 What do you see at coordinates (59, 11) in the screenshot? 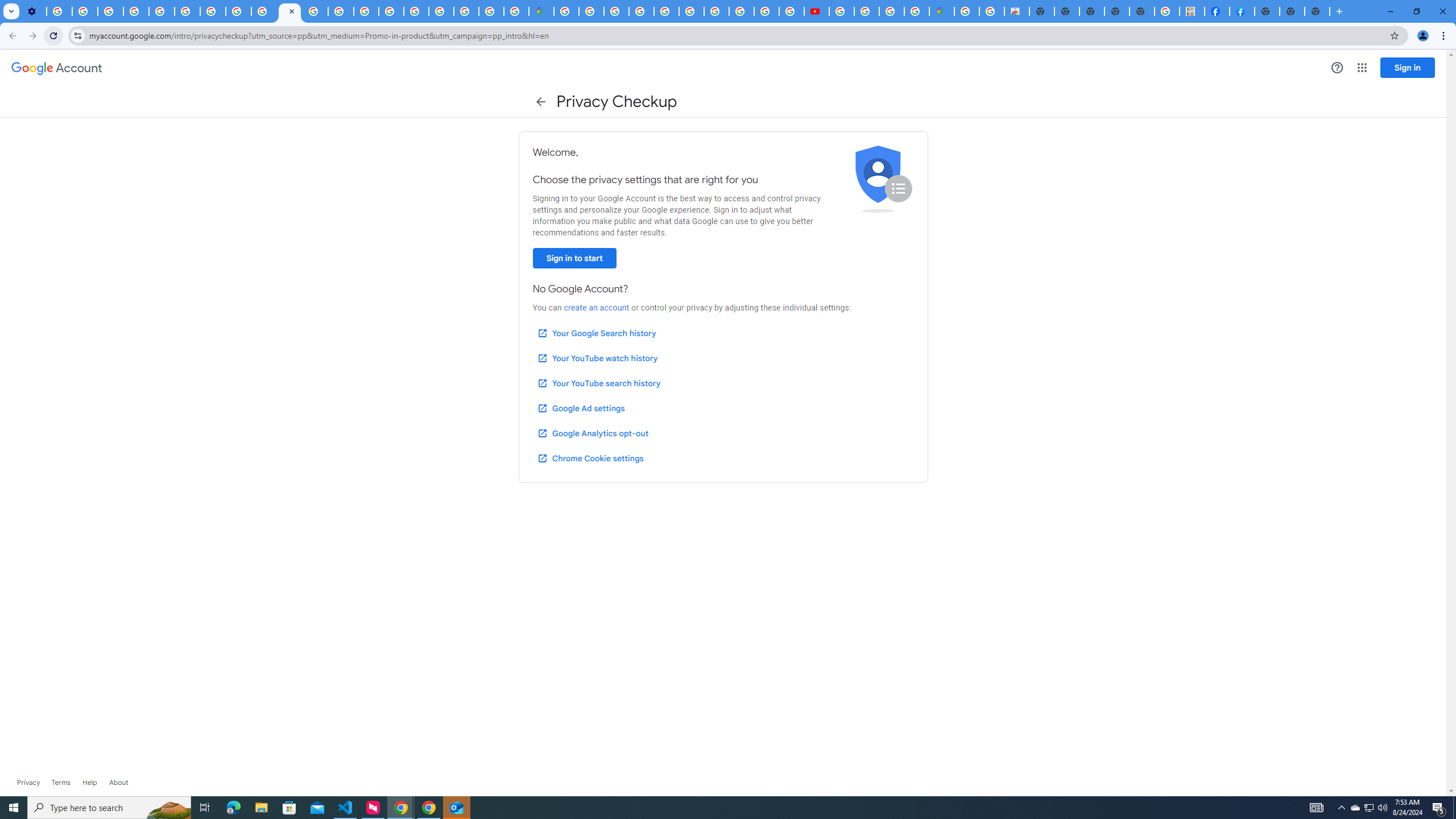
I see `'Delete photos & videos - Computer - Google Photos Help'` at bounding box center [59, 11].